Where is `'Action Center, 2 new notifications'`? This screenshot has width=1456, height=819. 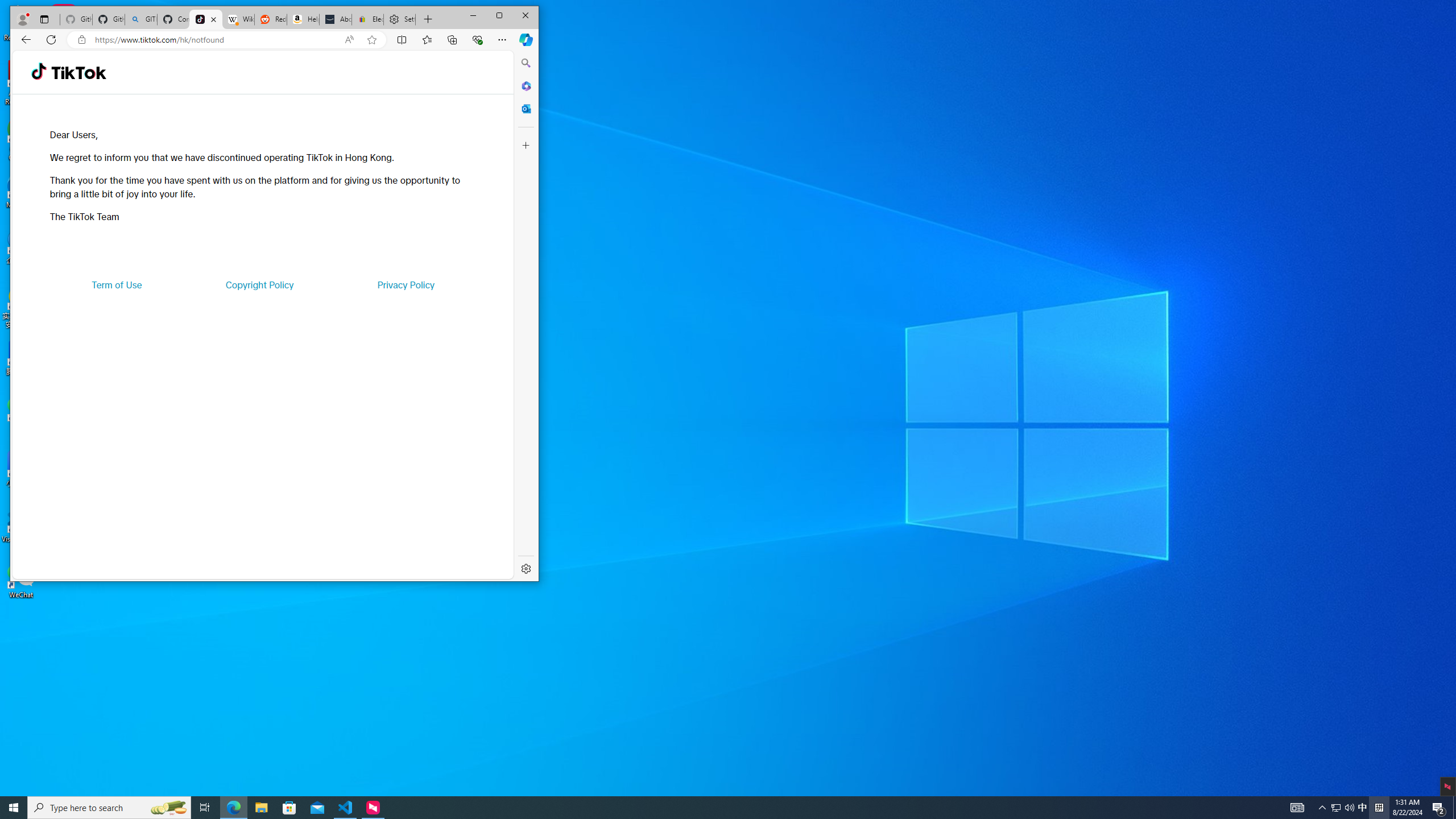
'Action Center, 2 new notifications' is located at coordinates (1439, 806).